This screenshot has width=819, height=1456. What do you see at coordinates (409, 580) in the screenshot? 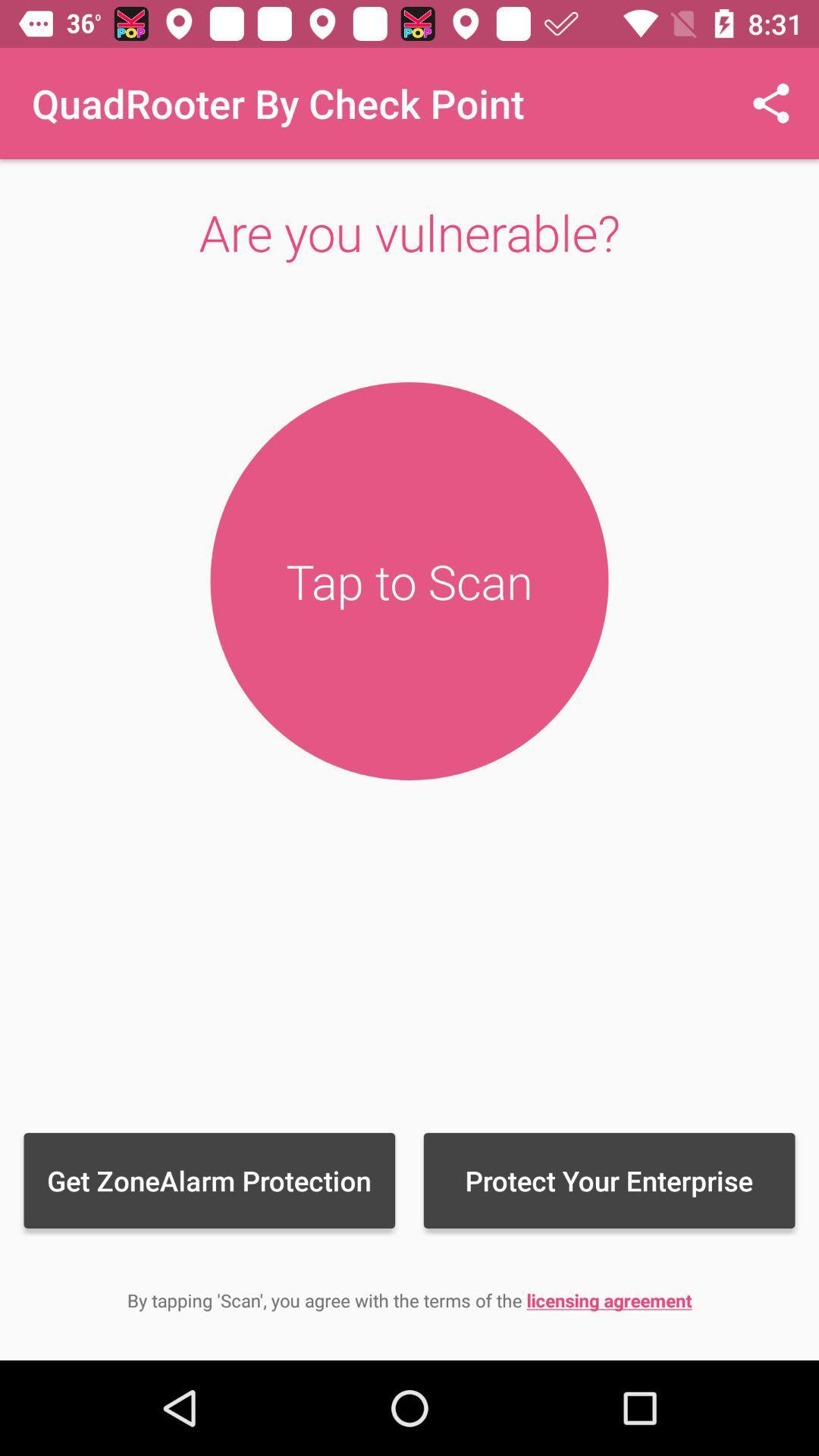
I see `button to scan something` at bounding box center [409, 580].